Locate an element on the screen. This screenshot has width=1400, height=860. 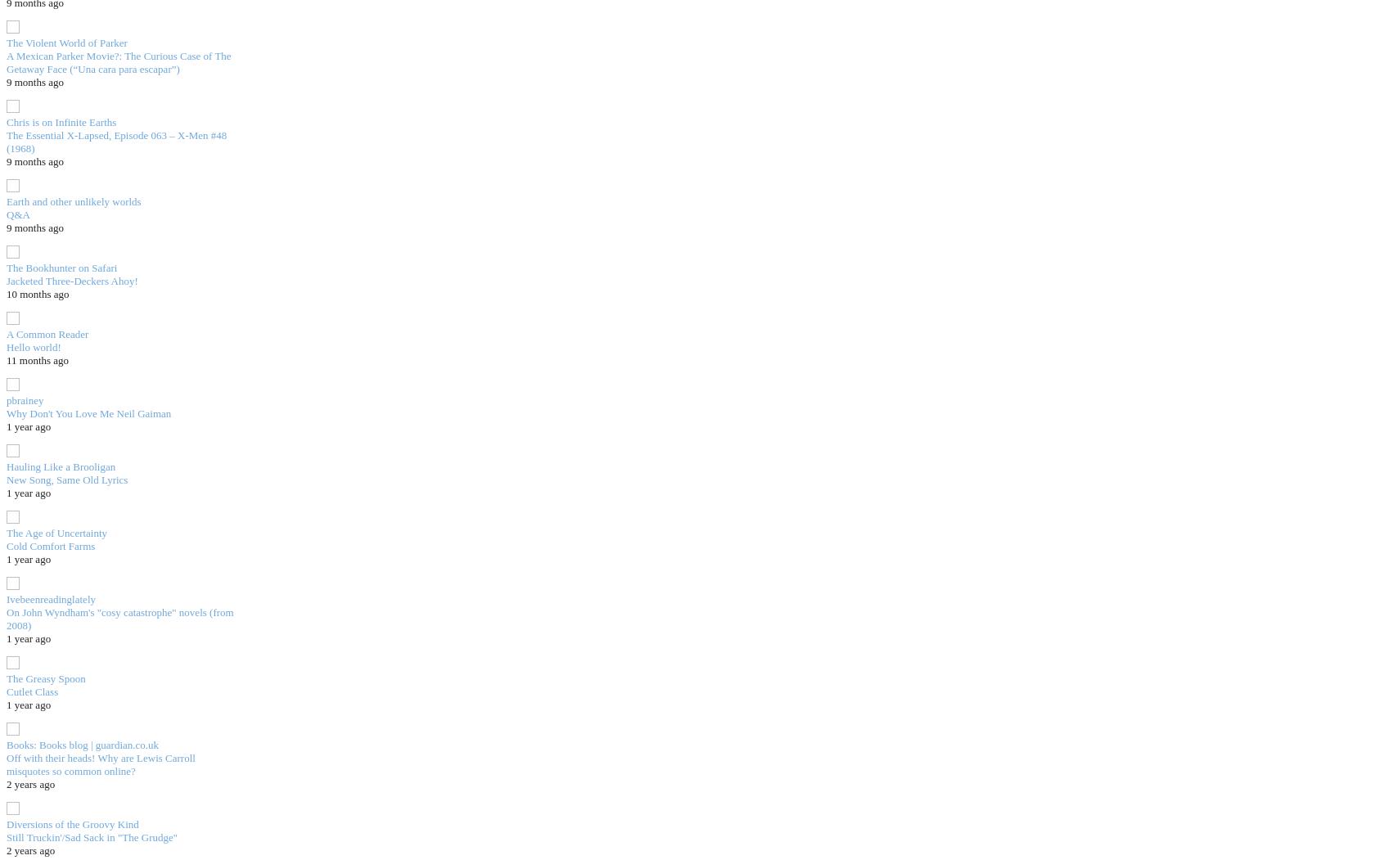
'Books: Books blog | guardian.co.uk' is located at coordinates (6, 744).